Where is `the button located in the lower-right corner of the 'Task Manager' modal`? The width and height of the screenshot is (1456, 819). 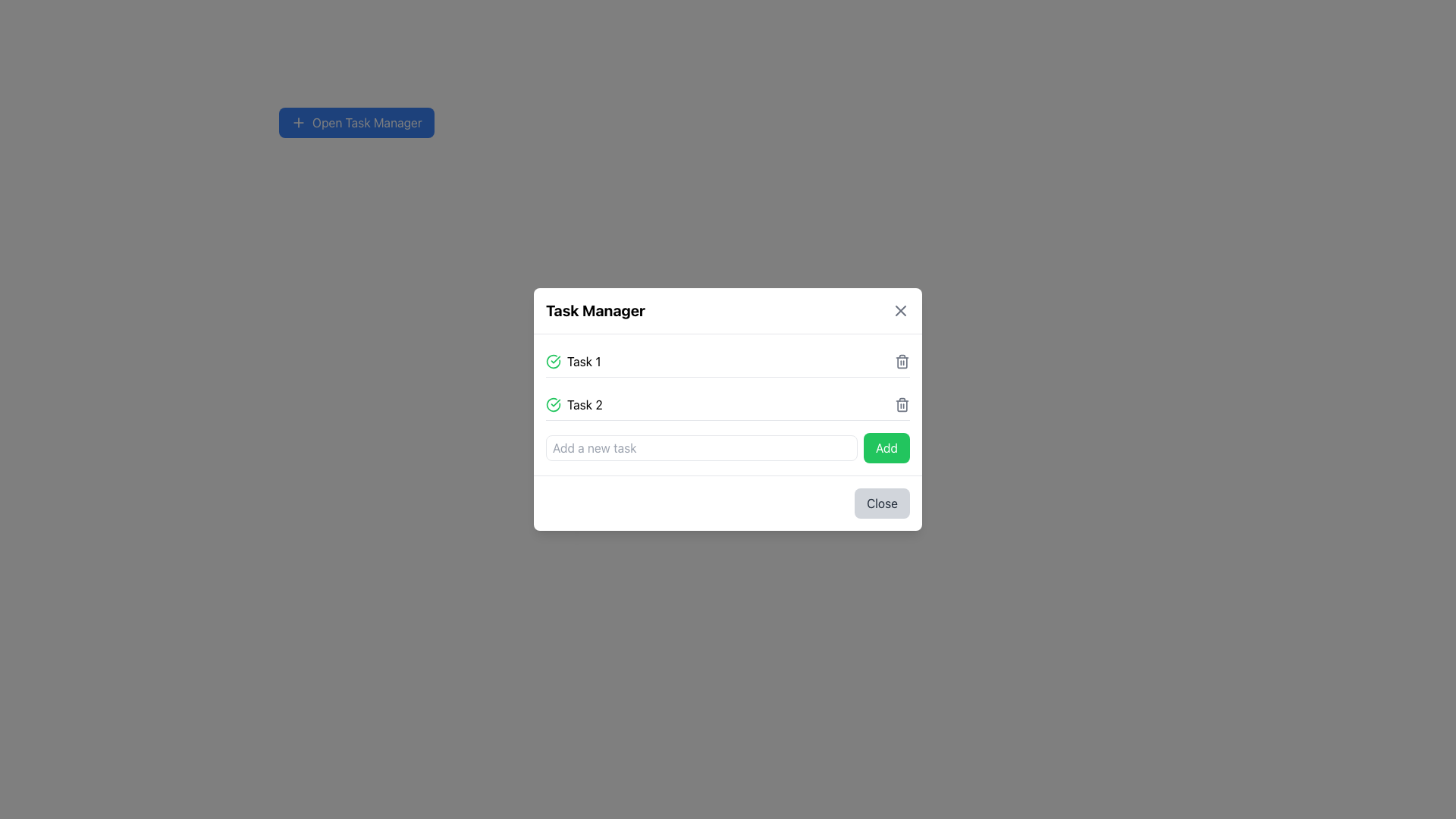 the button located in the lower-right corner of the 'Task Manager' modal is located at coordinates (881, 503).